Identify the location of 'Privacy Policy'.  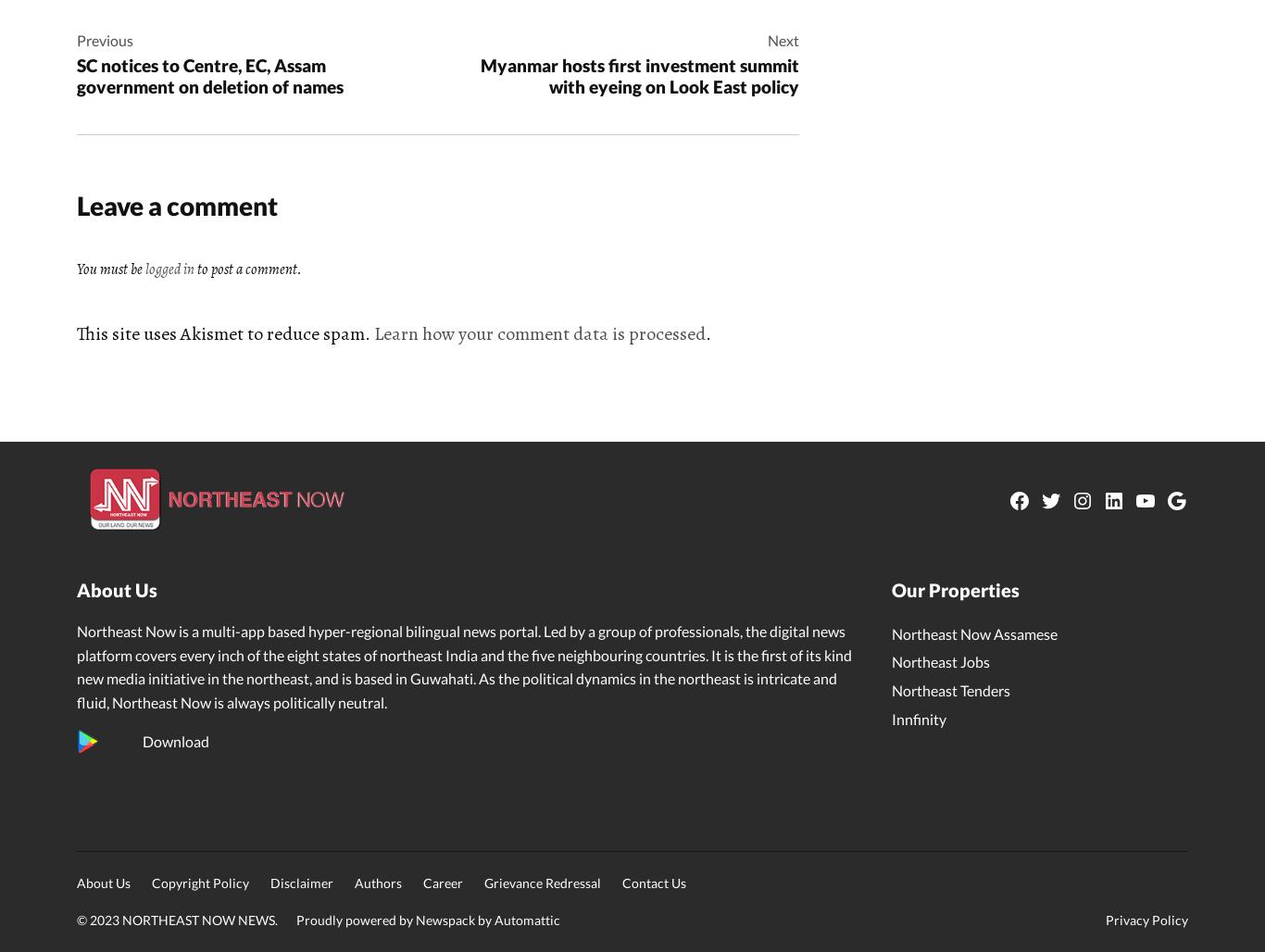
(1146, 918).